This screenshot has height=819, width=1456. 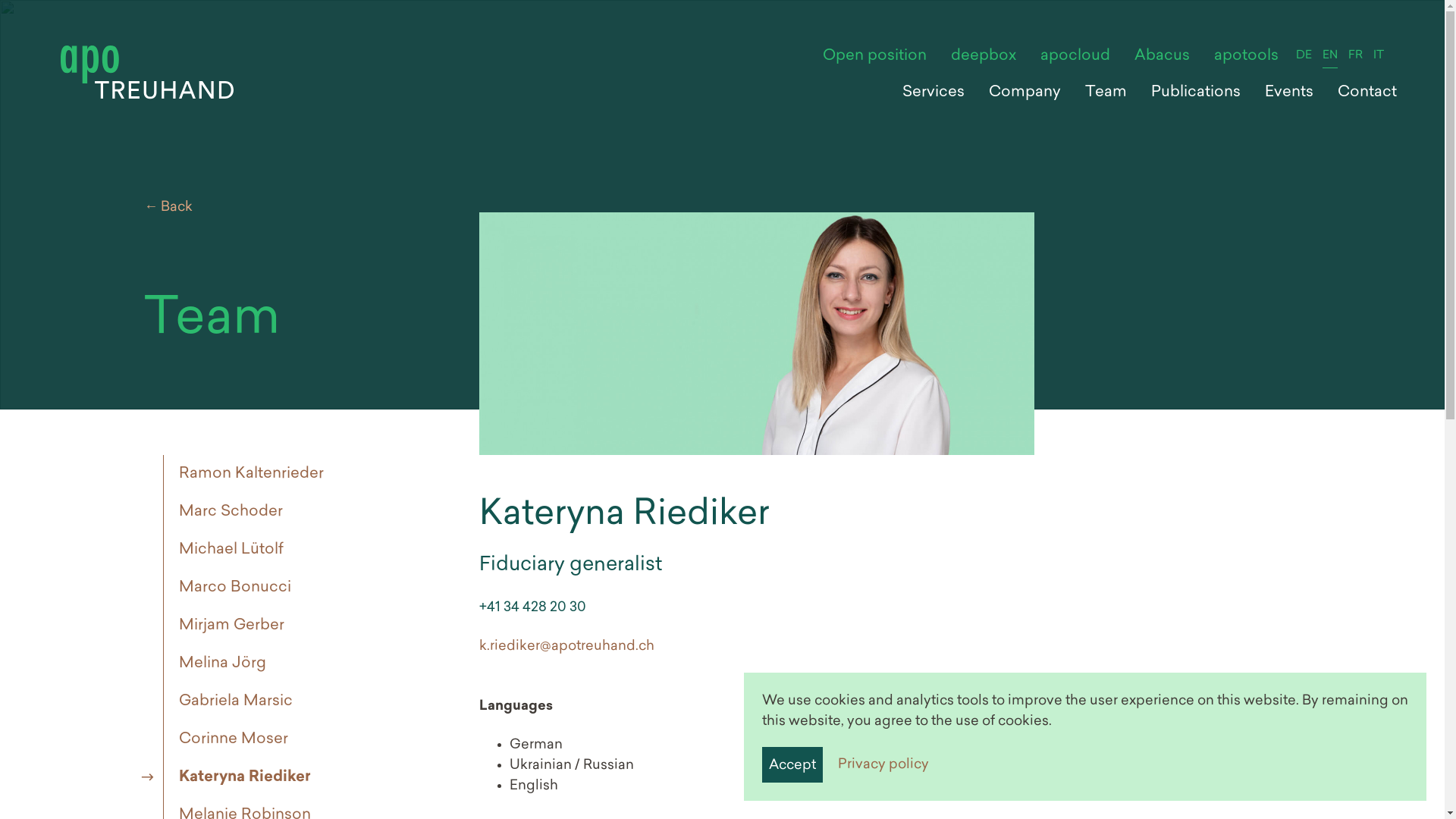 What do you see at coordinates (1355, 55) in the screenshot?
I see `'FR'` at bounding box center [1355, 55].